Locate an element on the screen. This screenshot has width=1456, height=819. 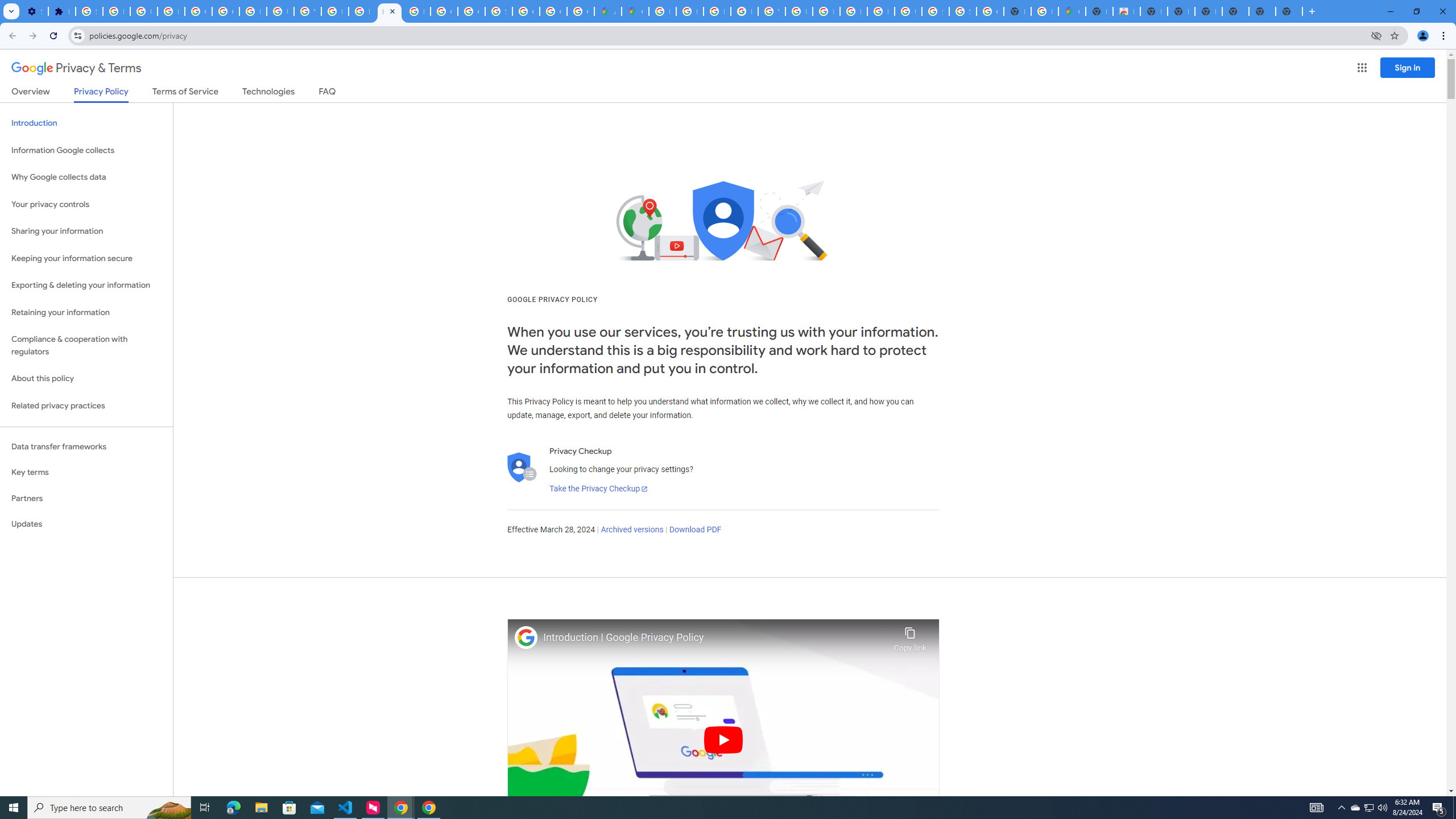
'Sharing your information' is located at coordinates (86, 230).